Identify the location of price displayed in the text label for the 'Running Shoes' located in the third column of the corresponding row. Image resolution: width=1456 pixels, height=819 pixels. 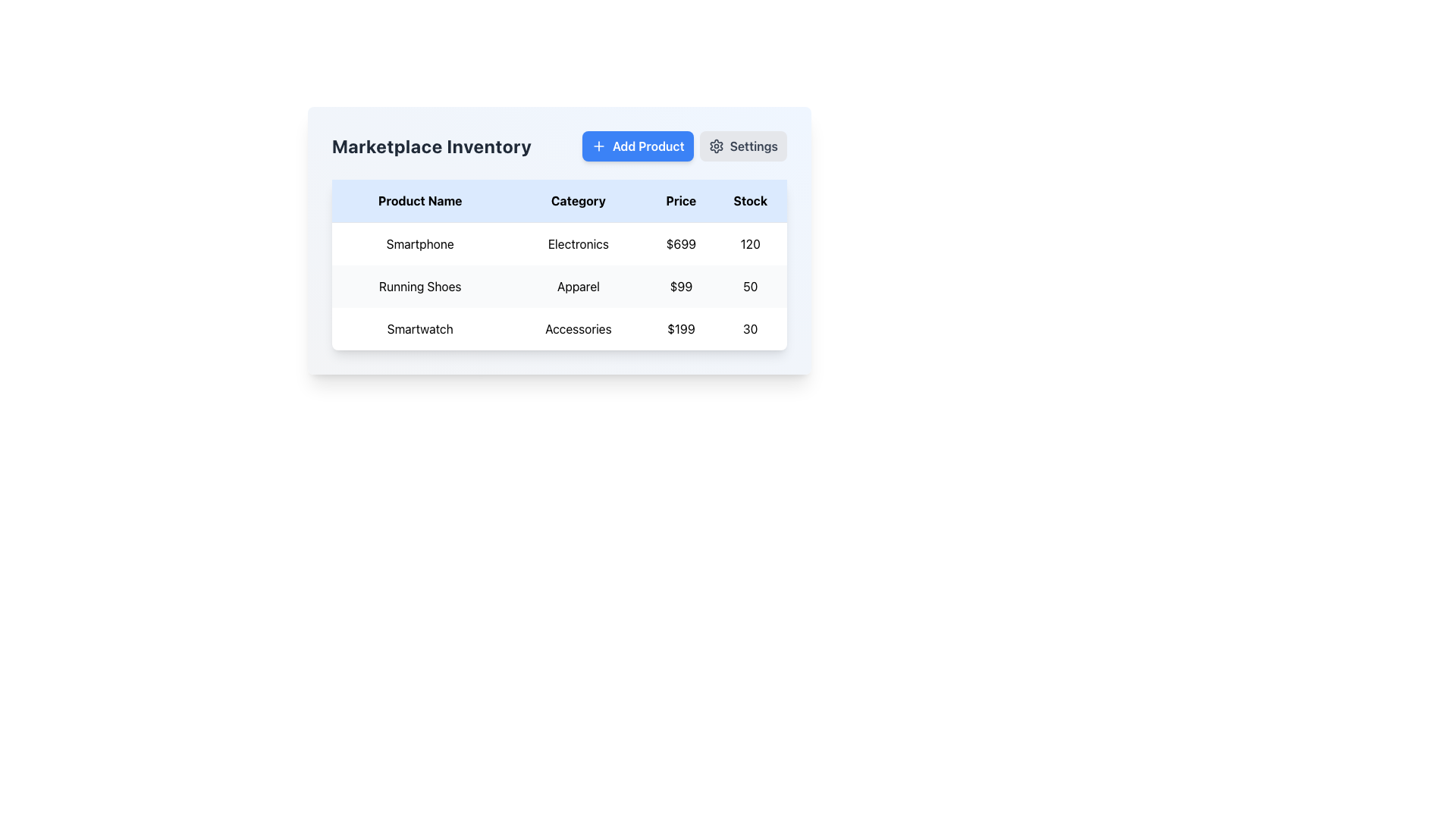
(680, 287).